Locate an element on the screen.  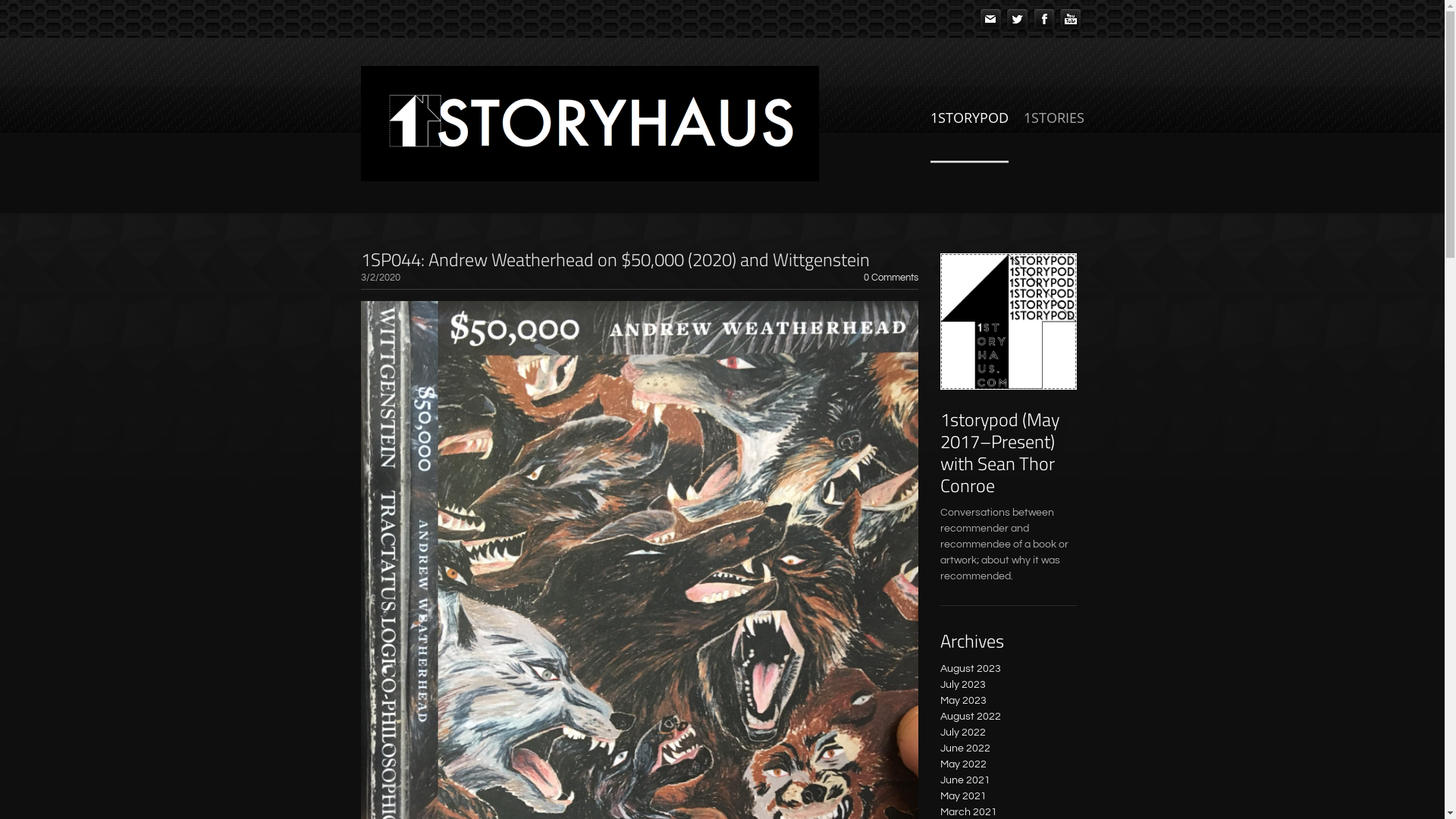
'June 2021' is located at coordinates (964, 780).